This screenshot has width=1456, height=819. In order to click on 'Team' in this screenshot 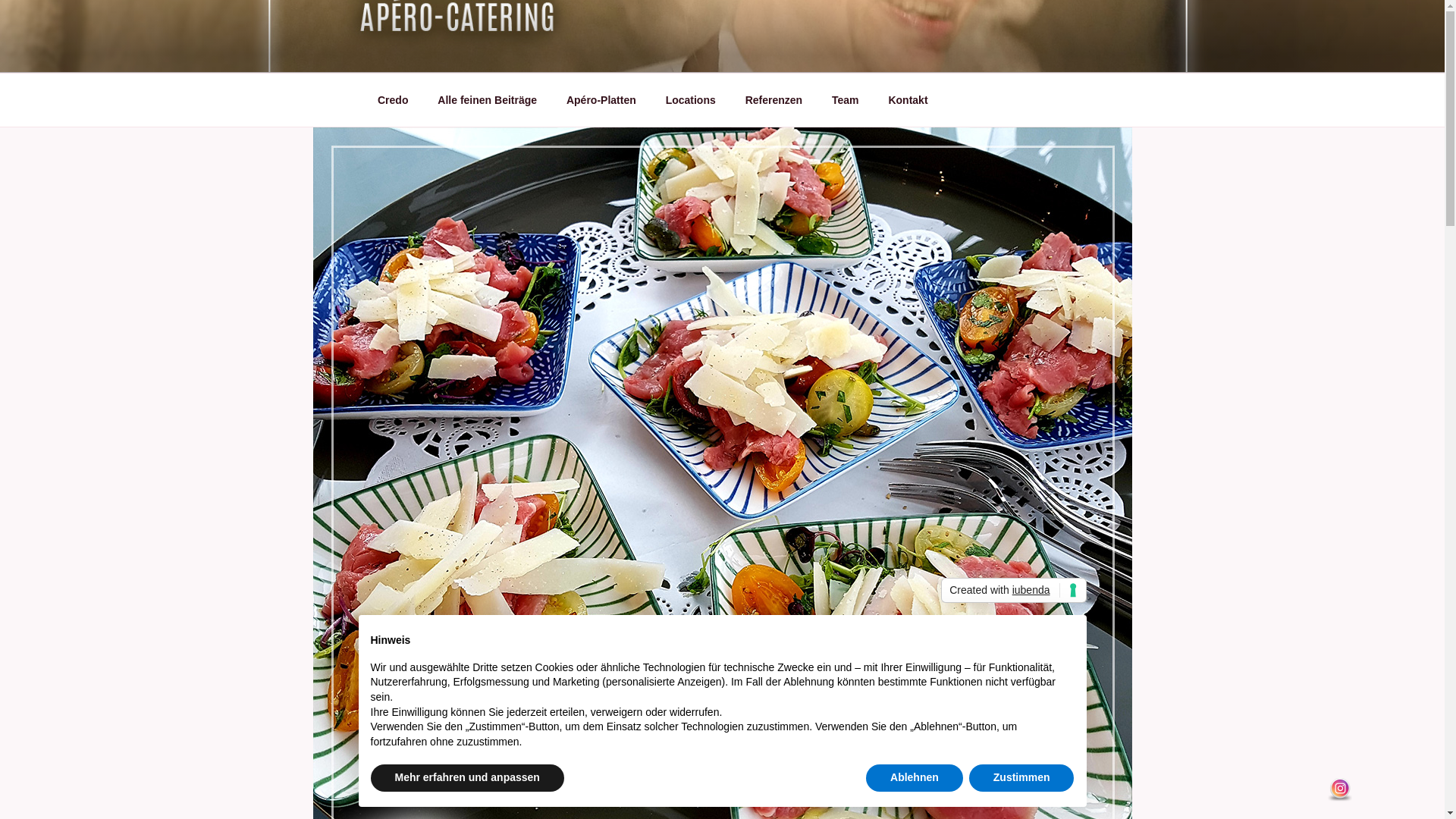, I will do `click(845, 100)`.